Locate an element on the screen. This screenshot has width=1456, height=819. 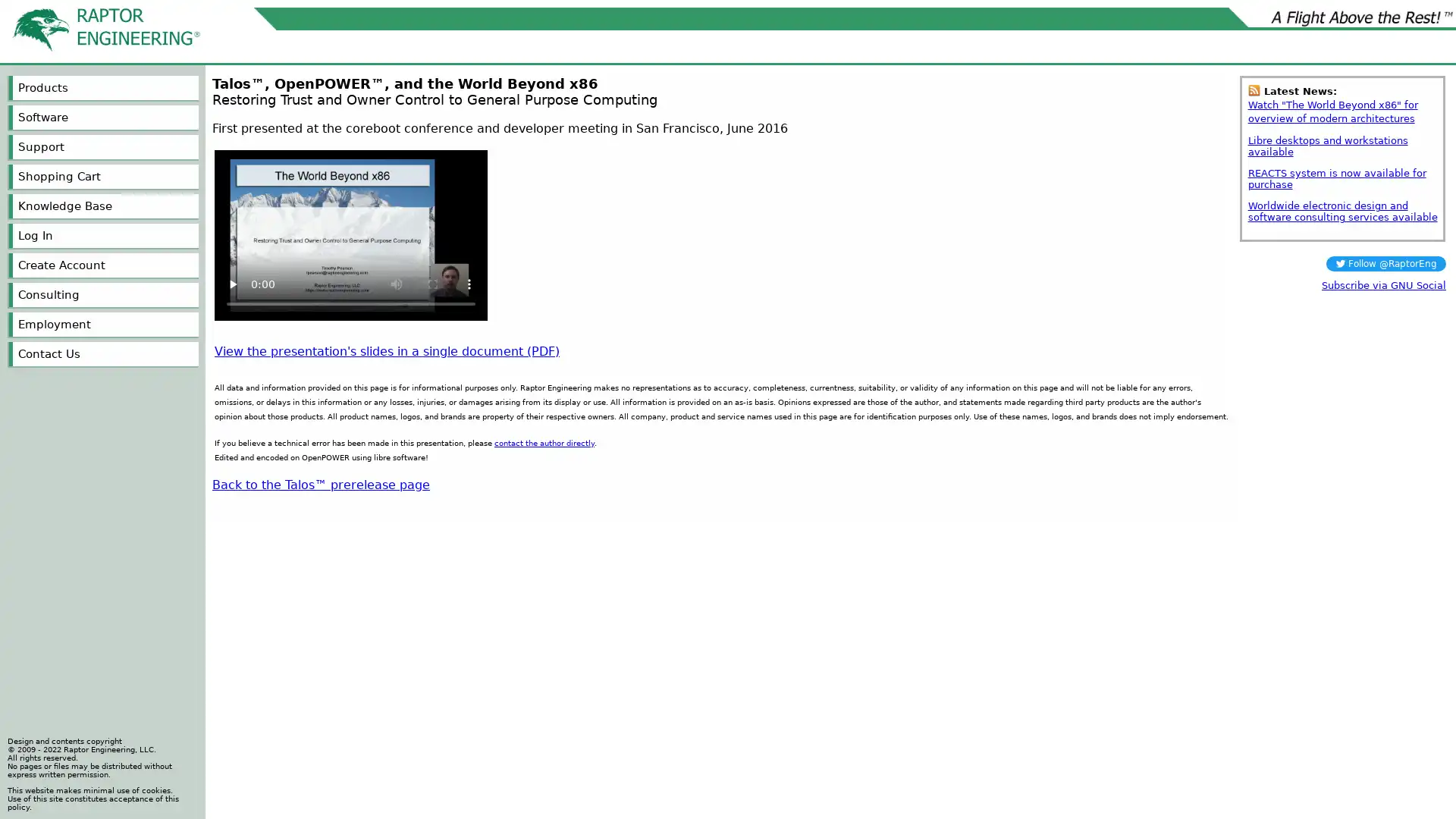
enter full screen is located at coordinates (432, 284).